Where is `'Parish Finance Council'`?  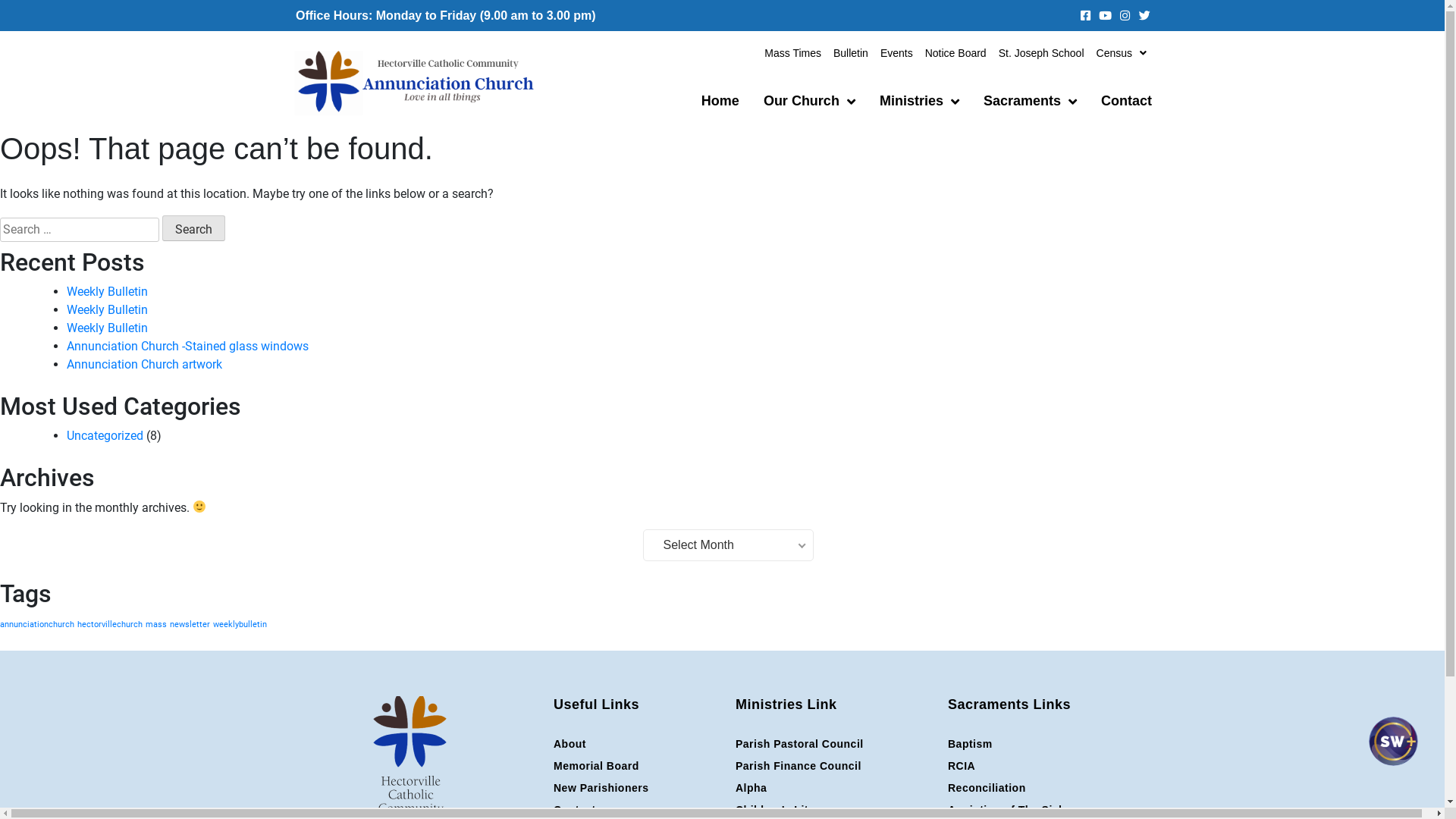
'Parish Finance Council' is located at coordinates (833, 766).